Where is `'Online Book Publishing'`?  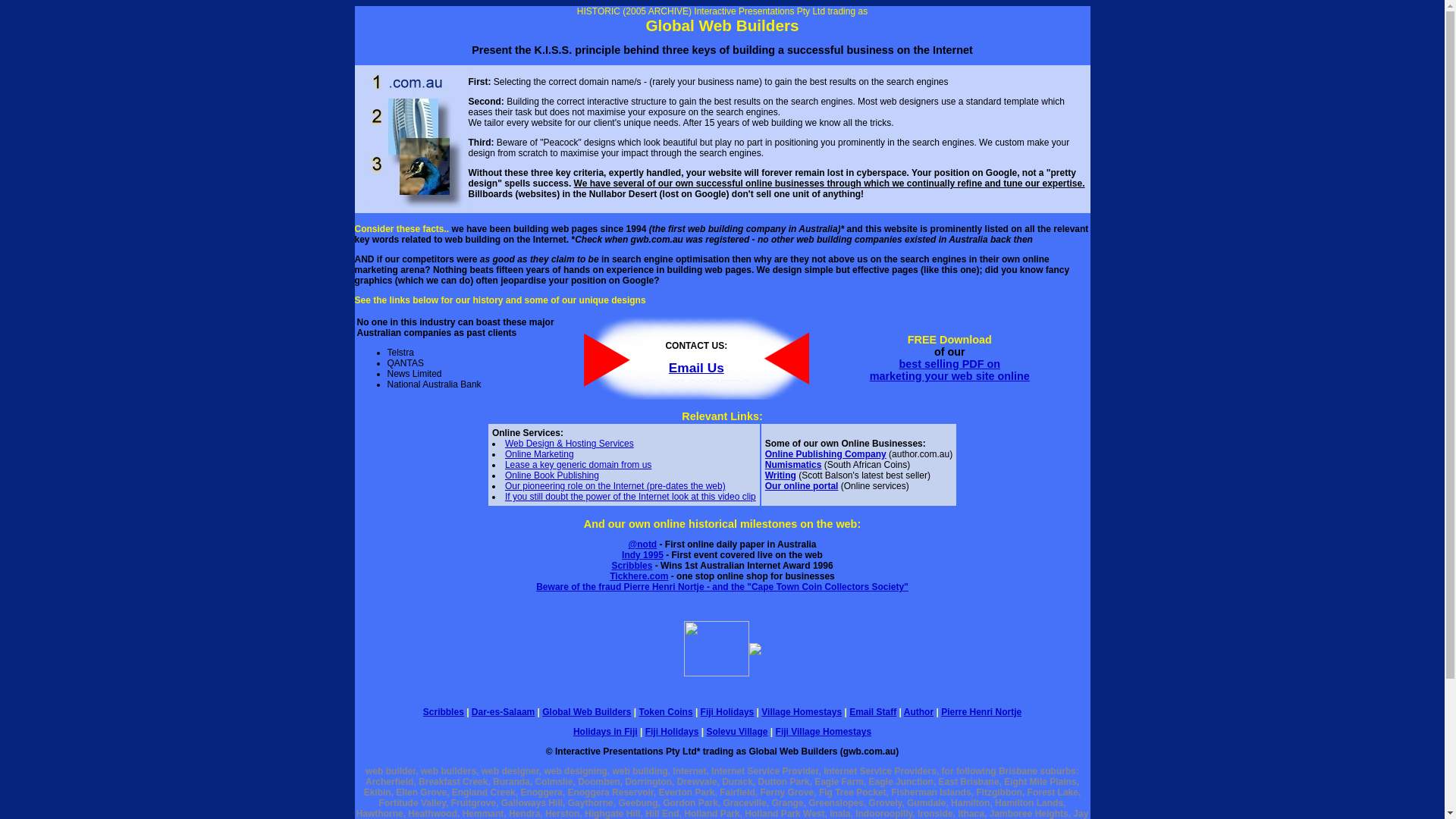
'Online Book Publishing' is located at coordinates (551, 475).